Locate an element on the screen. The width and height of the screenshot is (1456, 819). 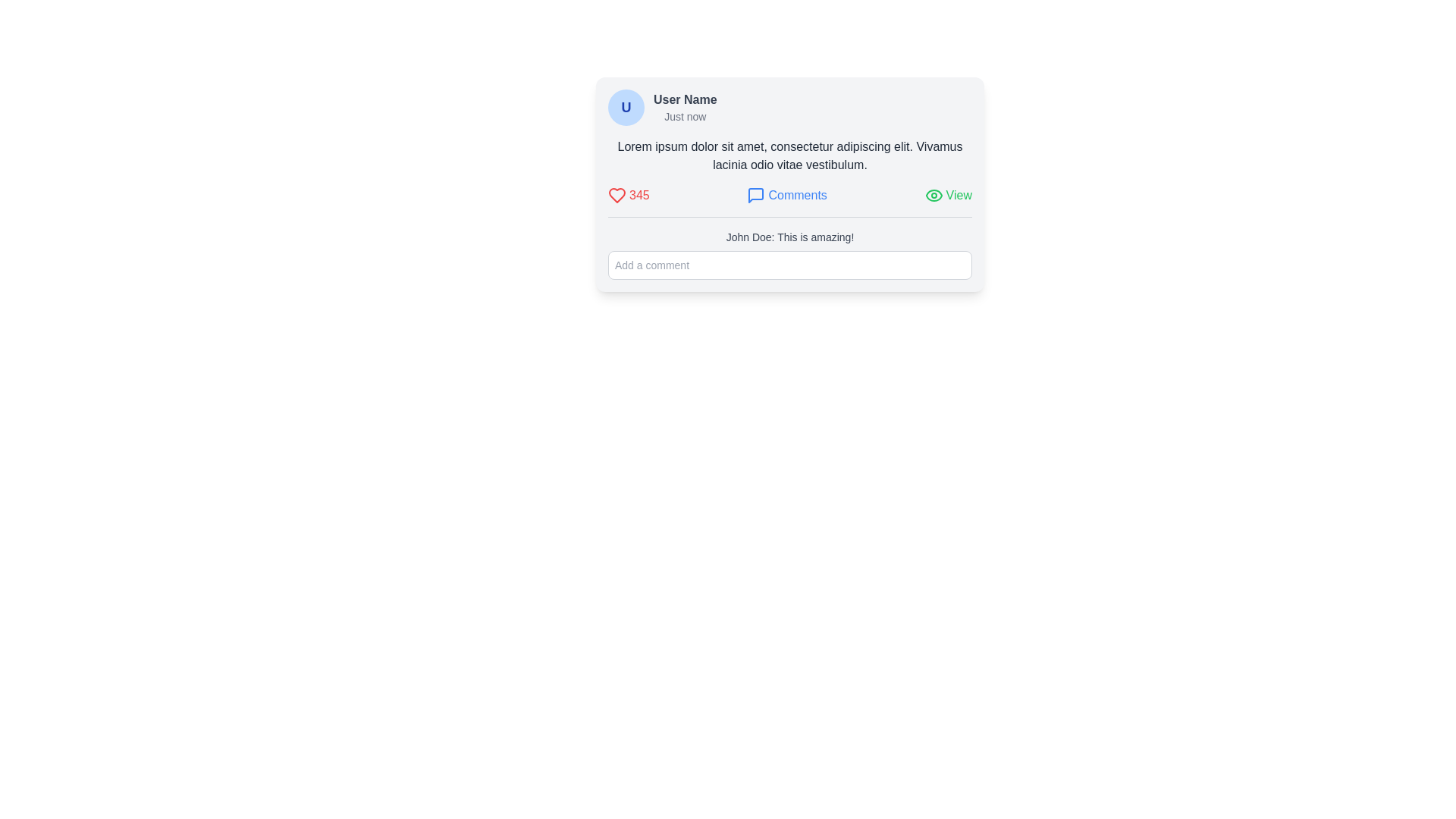
the text display element that reads 'John Doe: This is amazing!' in the comment section, which is positioned above the input field labeled 'Add a comment' is located at coordinates (789, 247).